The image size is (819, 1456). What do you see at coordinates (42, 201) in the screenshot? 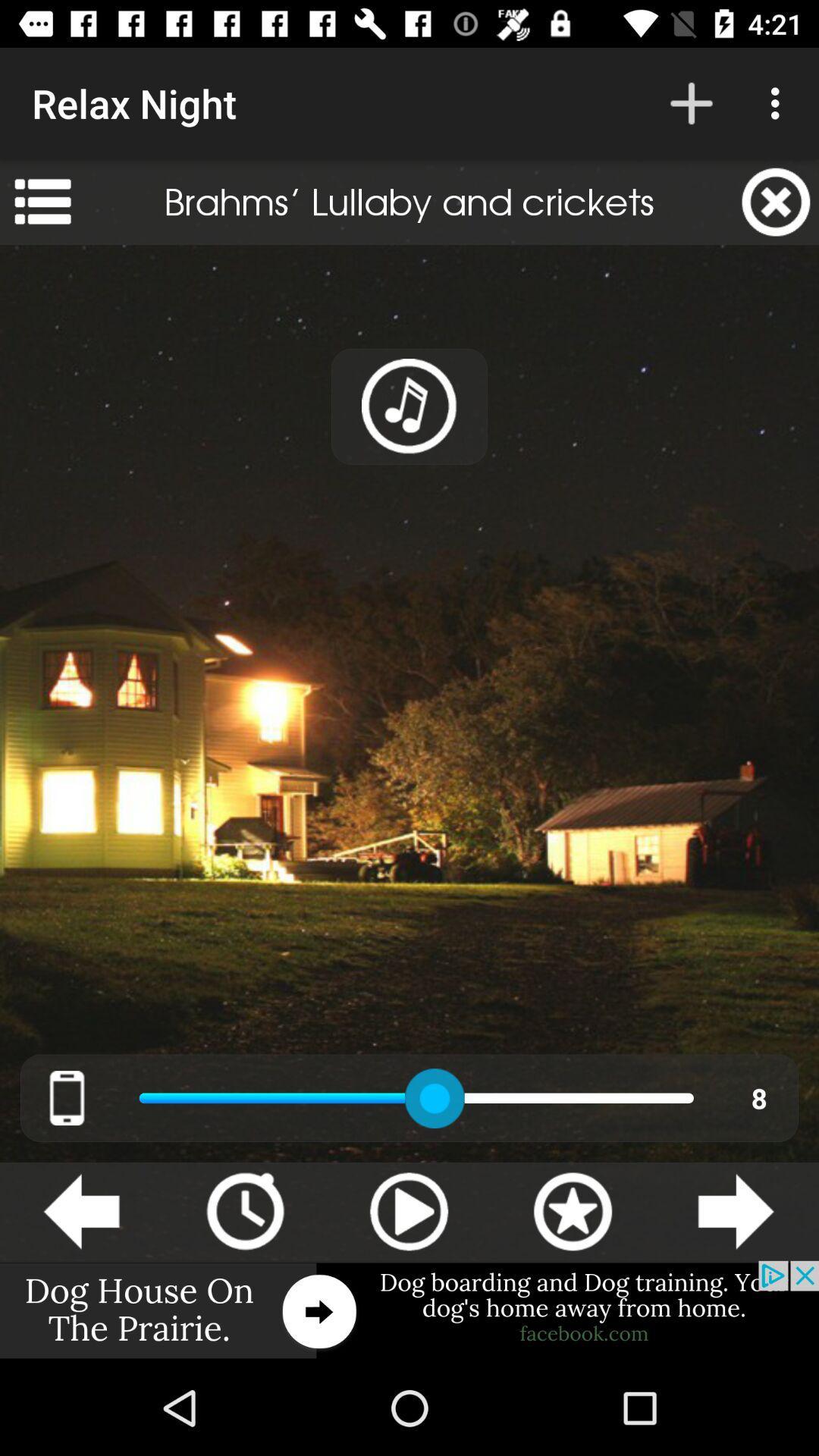
I see `the icon below the relax night item` at bounding box center [42, 201].